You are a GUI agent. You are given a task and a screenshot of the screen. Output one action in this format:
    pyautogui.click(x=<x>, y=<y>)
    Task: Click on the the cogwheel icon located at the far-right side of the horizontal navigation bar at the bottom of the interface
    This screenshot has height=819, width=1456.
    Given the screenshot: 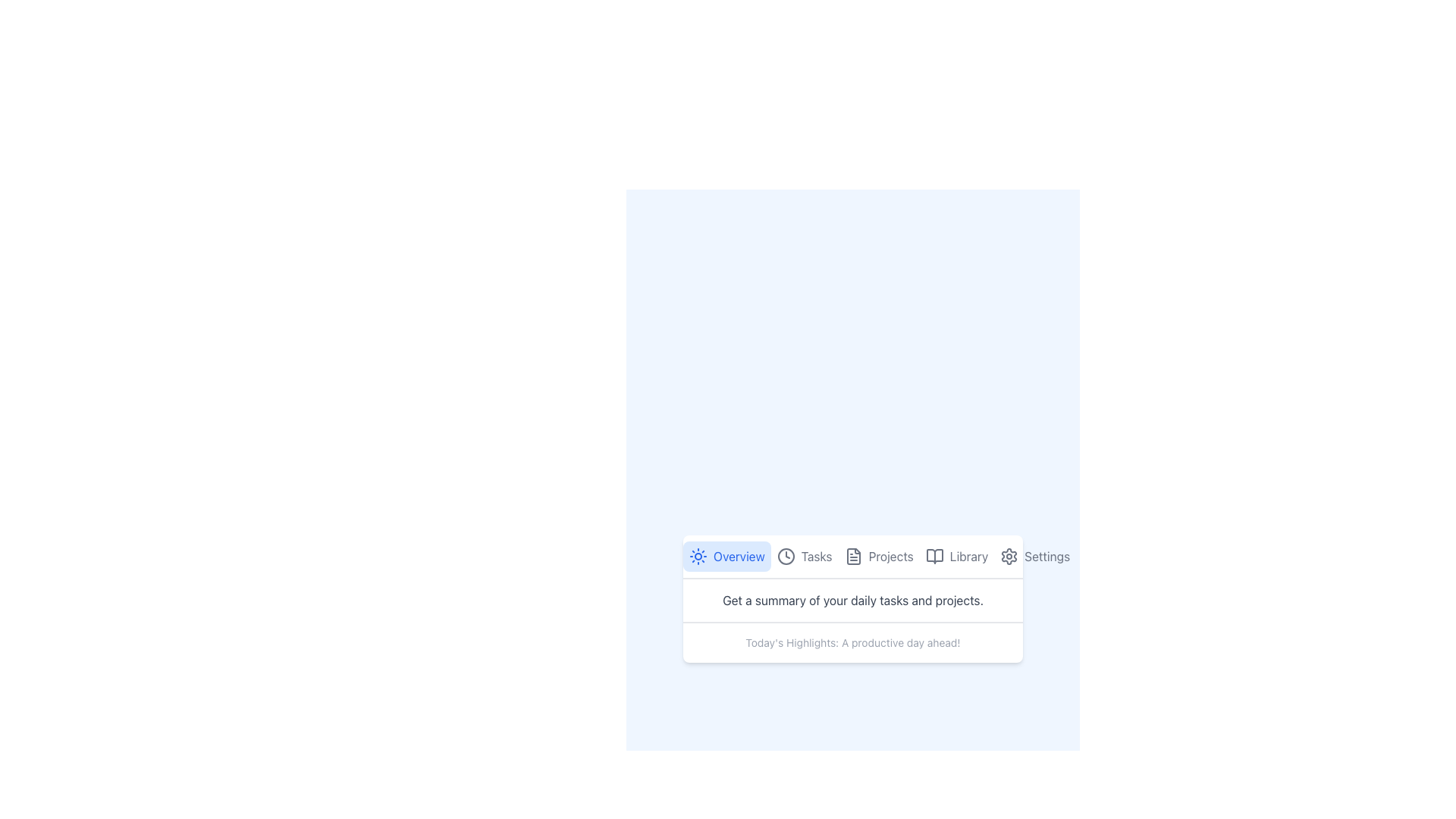 What is the action you would take?
    pyautogui.click(x=1009, y=556)
    